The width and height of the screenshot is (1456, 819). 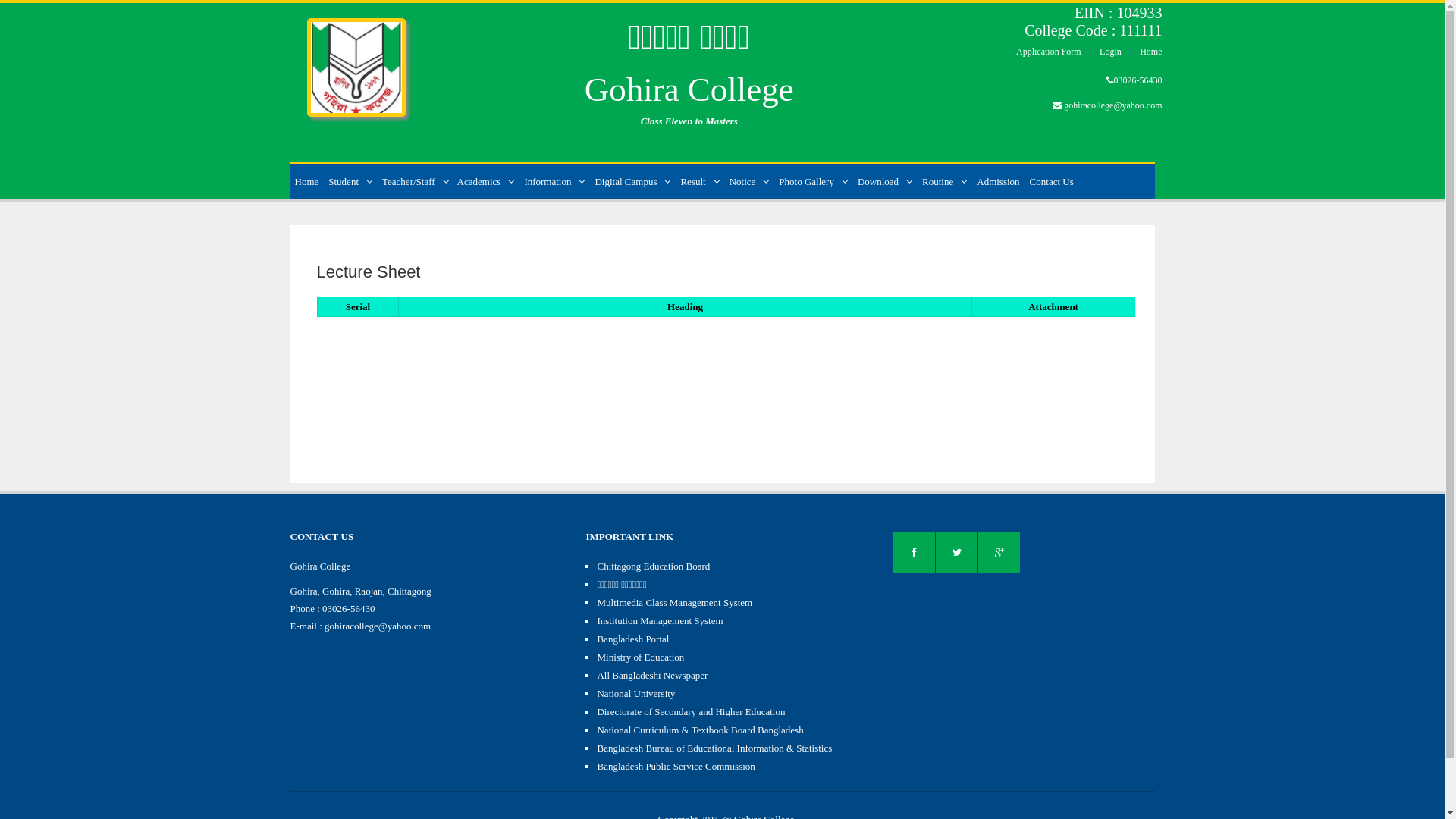 What do you see at coordinates (884, 180) in the screenshot?
I see `'Download'` at bounding box center [884, 180].